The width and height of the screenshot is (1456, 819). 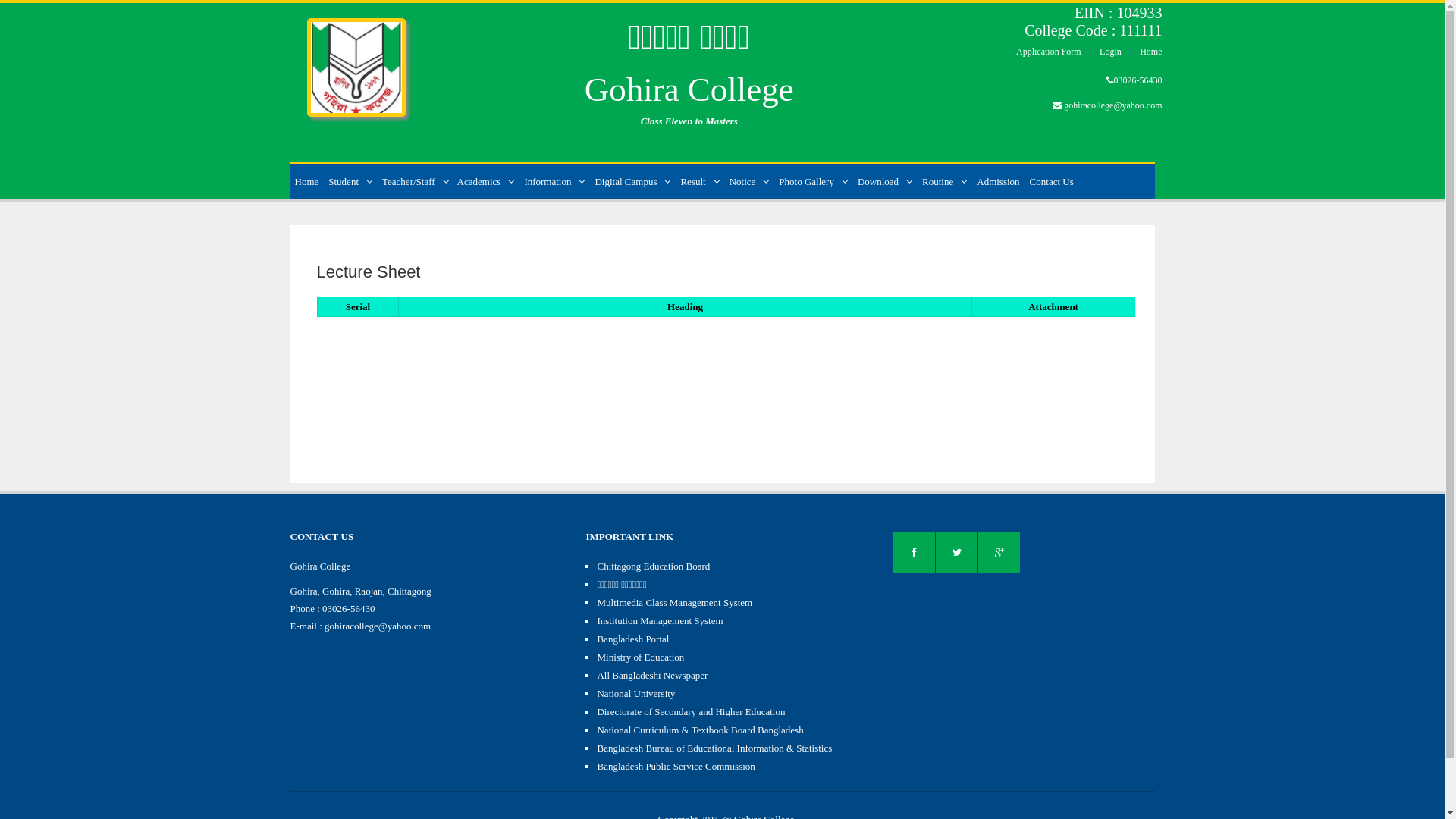 What do you see at coordinates (884, 180) in the screenshot?
I see `'Download'` at bounding box center [884, 180].